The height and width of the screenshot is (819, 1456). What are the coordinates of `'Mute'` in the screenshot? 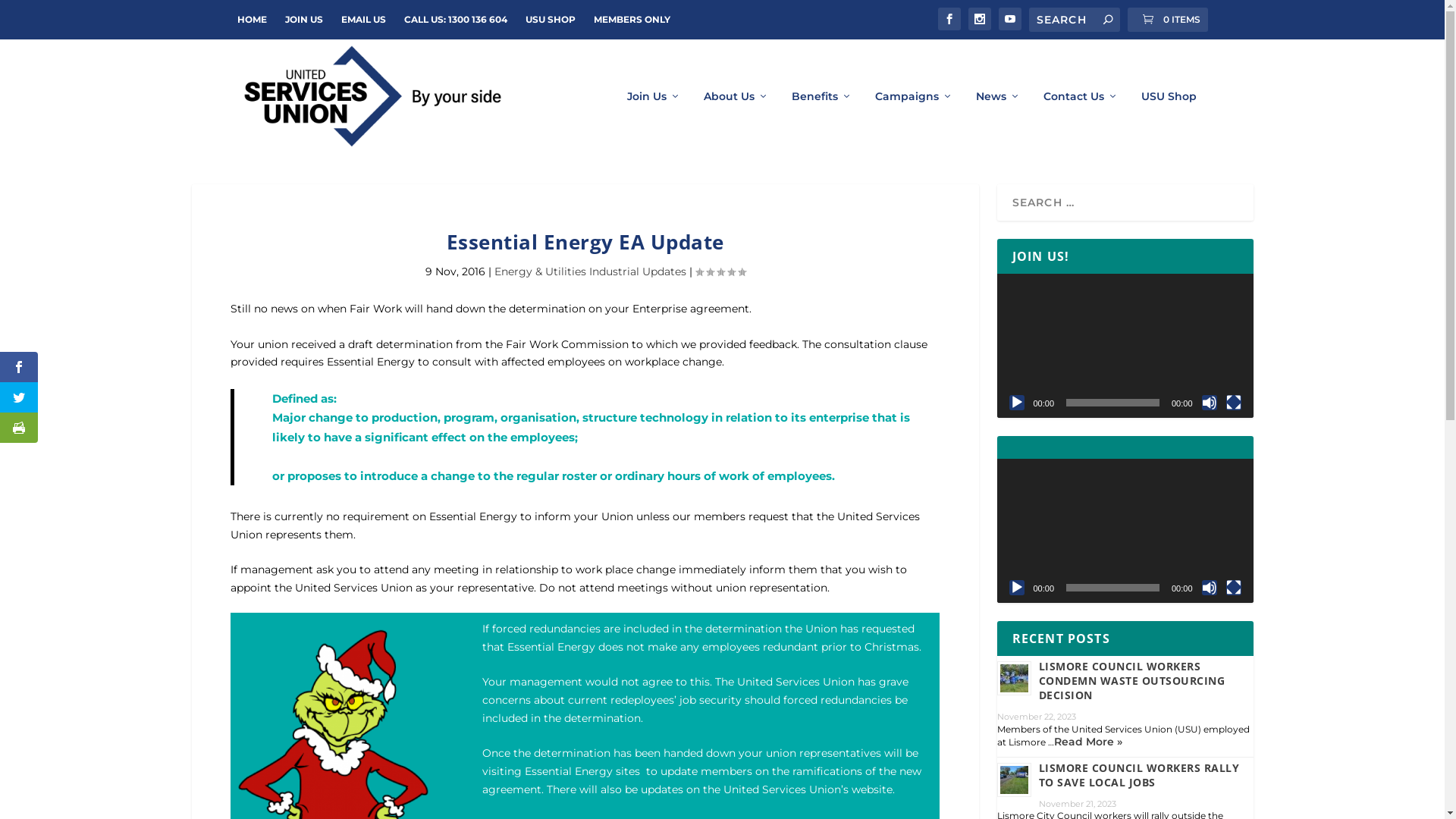 It's located at (1207, 587).